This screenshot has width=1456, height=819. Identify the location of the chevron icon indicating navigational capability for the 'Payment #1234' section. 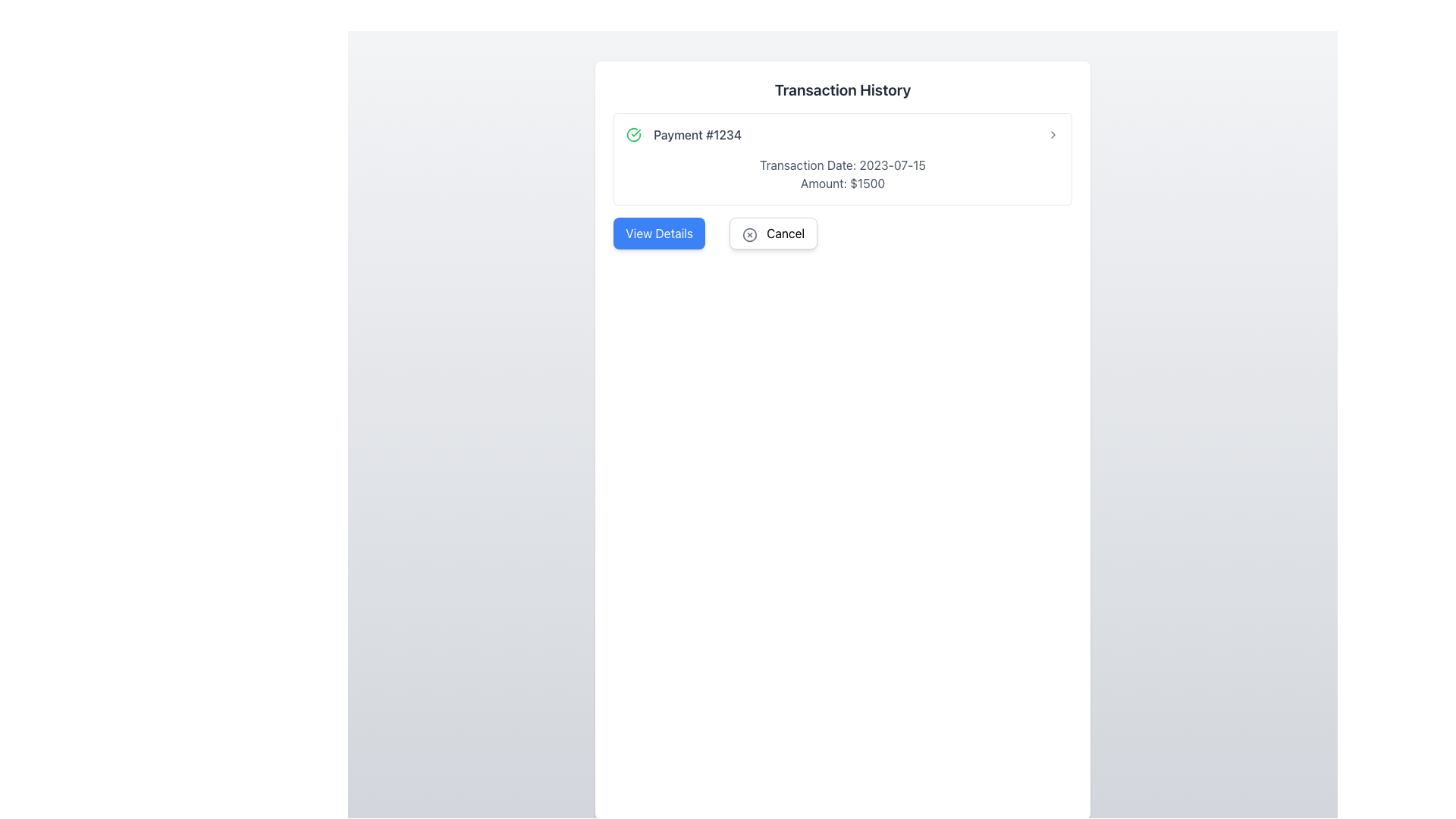
(1052, 133).